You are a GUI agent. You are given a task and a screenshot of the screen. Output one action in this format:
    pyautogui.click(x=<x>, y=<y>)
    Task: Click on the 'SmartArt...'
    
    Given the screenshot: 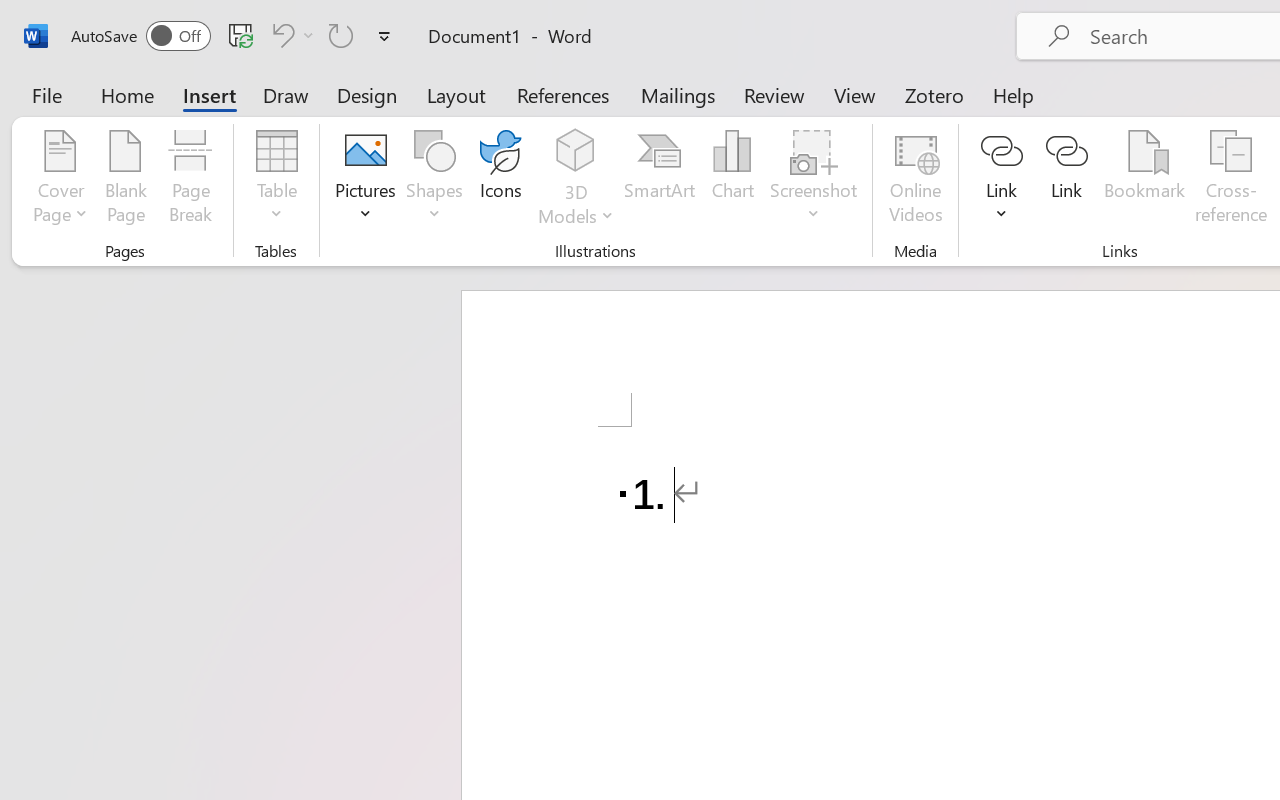 What is the action you would take?
    pyautogui.click(x=659, y=179)
    